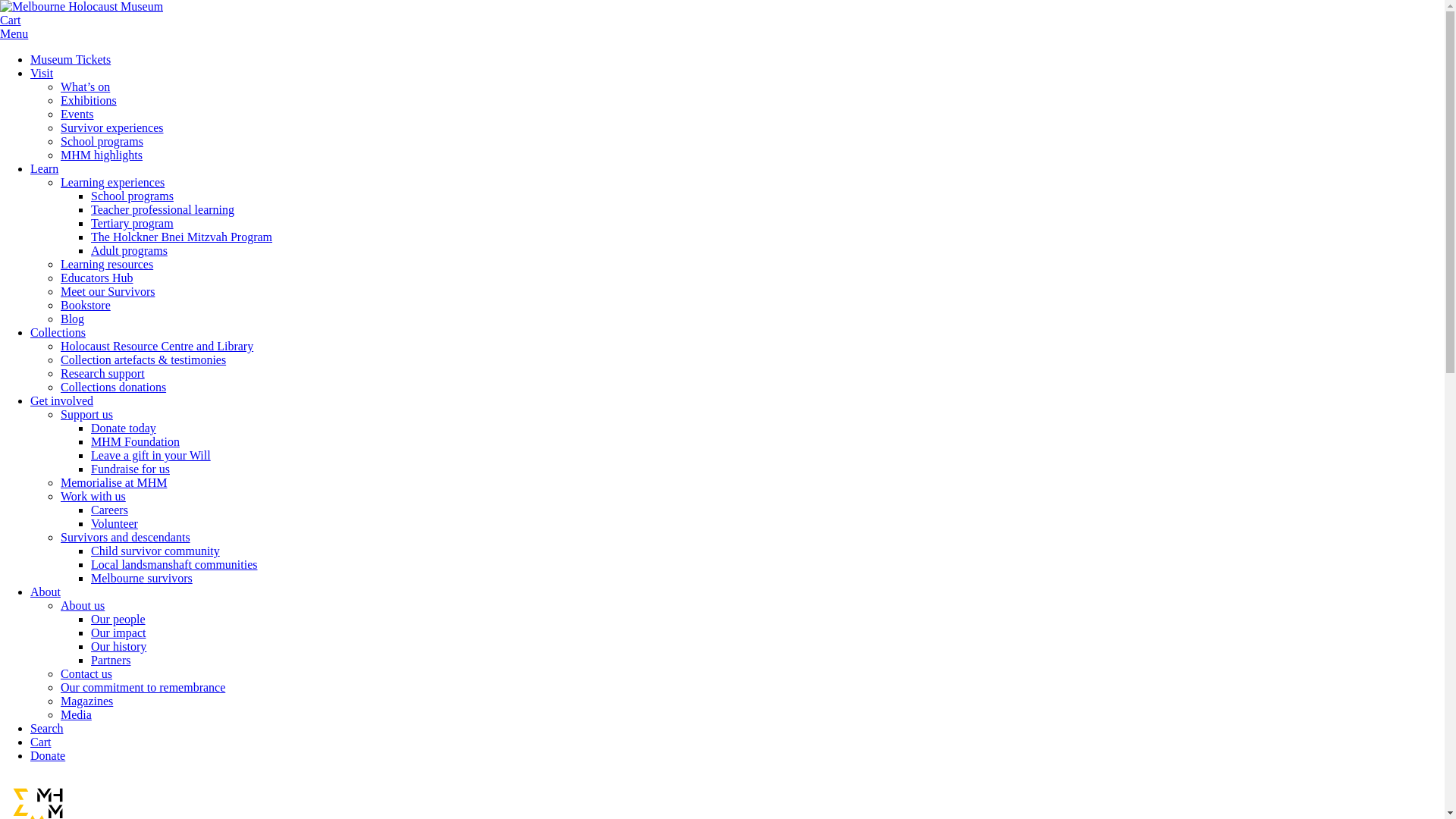 This screenshot has width=1456, height=819. I want to click on 'Bookstore', so click(61, 305).